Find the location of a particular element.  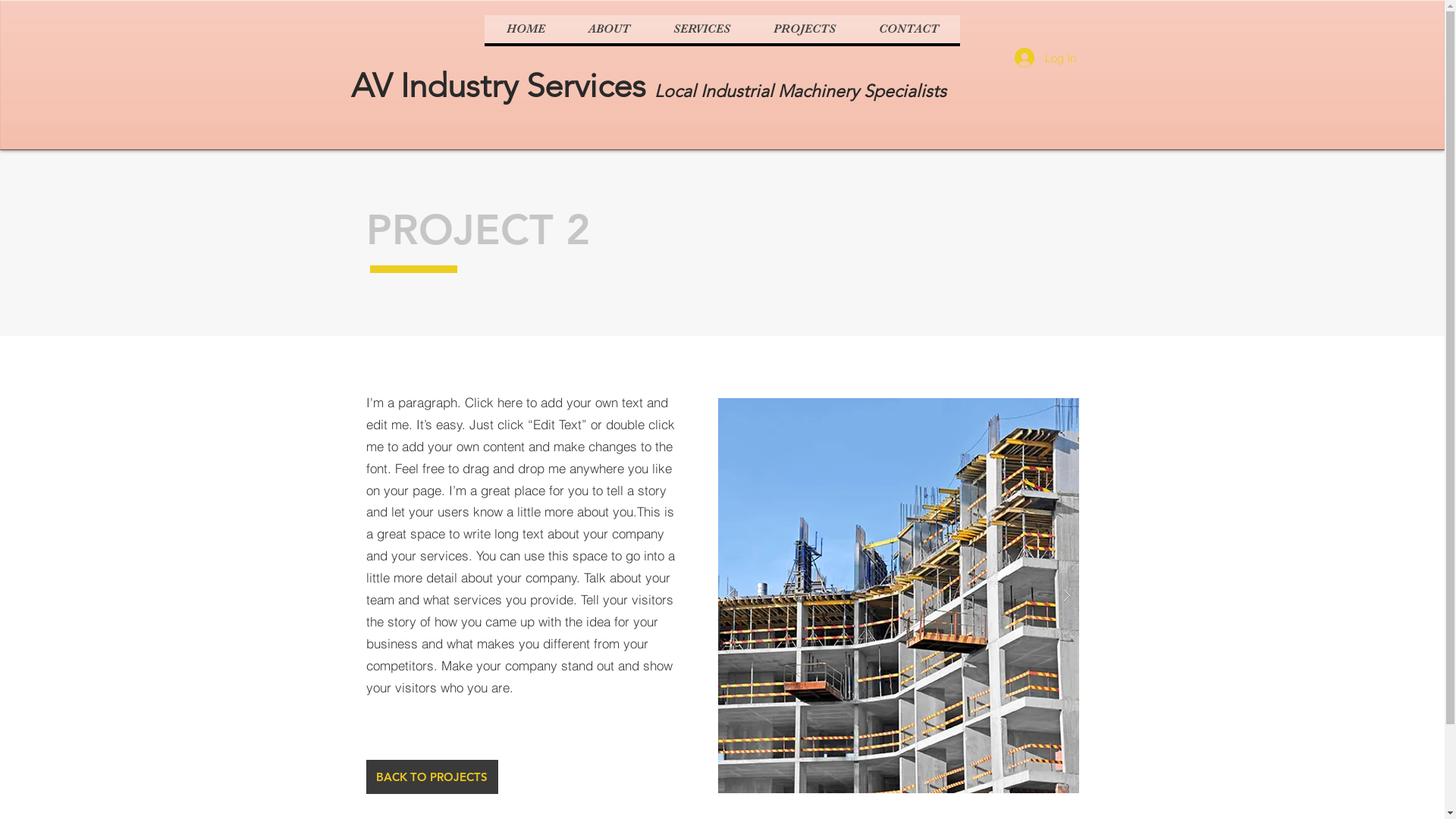

'ABOUT' is located at coordinates (608, 29).